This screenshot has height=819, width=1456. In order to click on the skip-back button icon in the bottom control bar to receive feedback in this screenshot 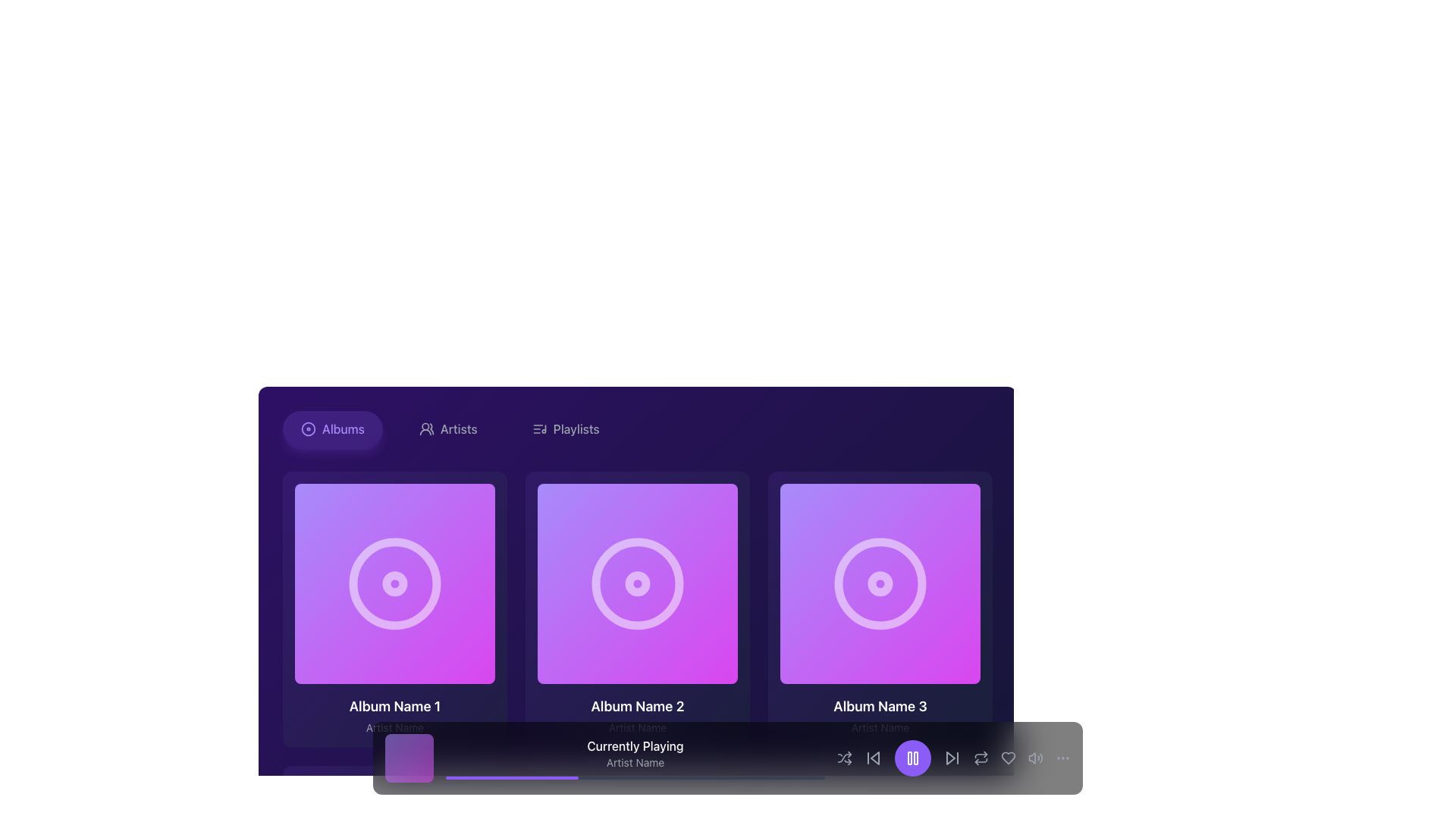, I will do `click(874, 758)`.